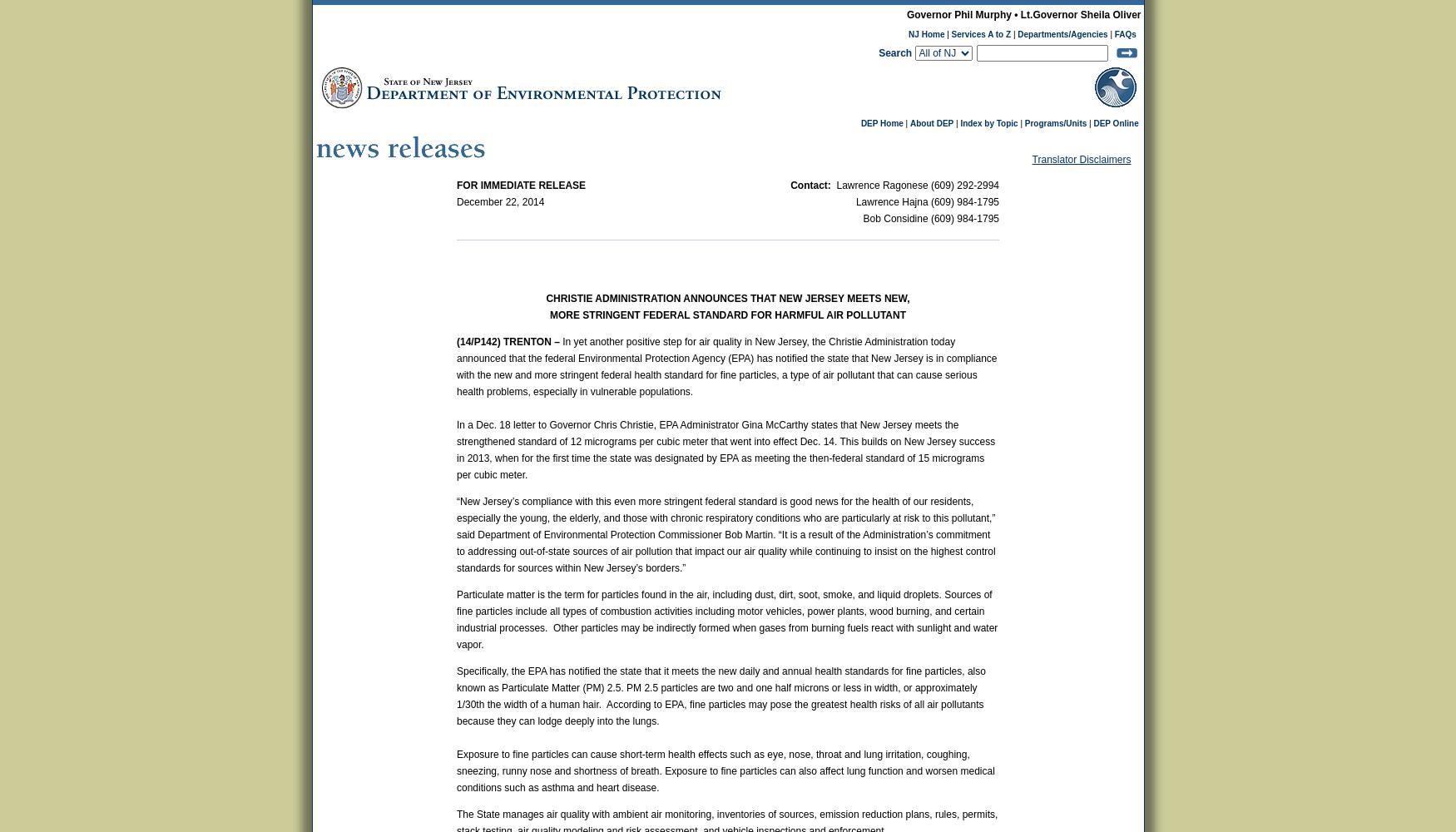 This screenshot has width=1456, height=832. Describe the element at coordinates (721, 696) in the screenshot. I see `'Specifically, the EPA has  notified the state that it meets the new daily and annual health standards for  fine particles, also known as Particulate Matter (PM) 2.5. PM 2.5 particles are  two and one half microns or less in width, or approximately 1/30th  the width of a human hair.  According to EPA, fine particles may pose the  greatest health risks of all air pollutants because they can lodge deeply into  the lungs.'` at that location.